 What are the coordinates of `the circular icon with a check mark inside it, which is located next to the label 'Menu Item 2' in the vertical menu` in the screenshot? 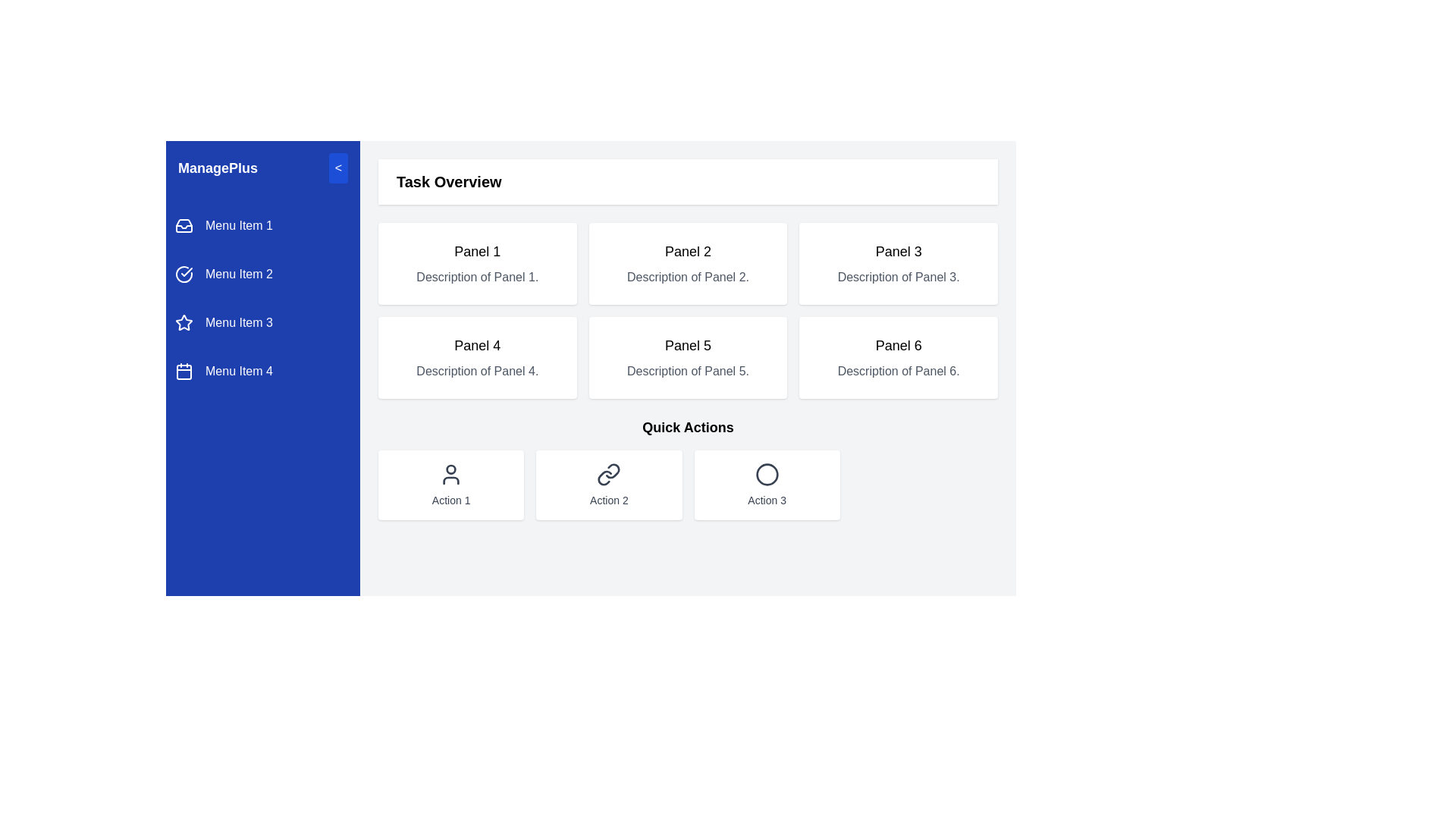 It's located at (184, 275).